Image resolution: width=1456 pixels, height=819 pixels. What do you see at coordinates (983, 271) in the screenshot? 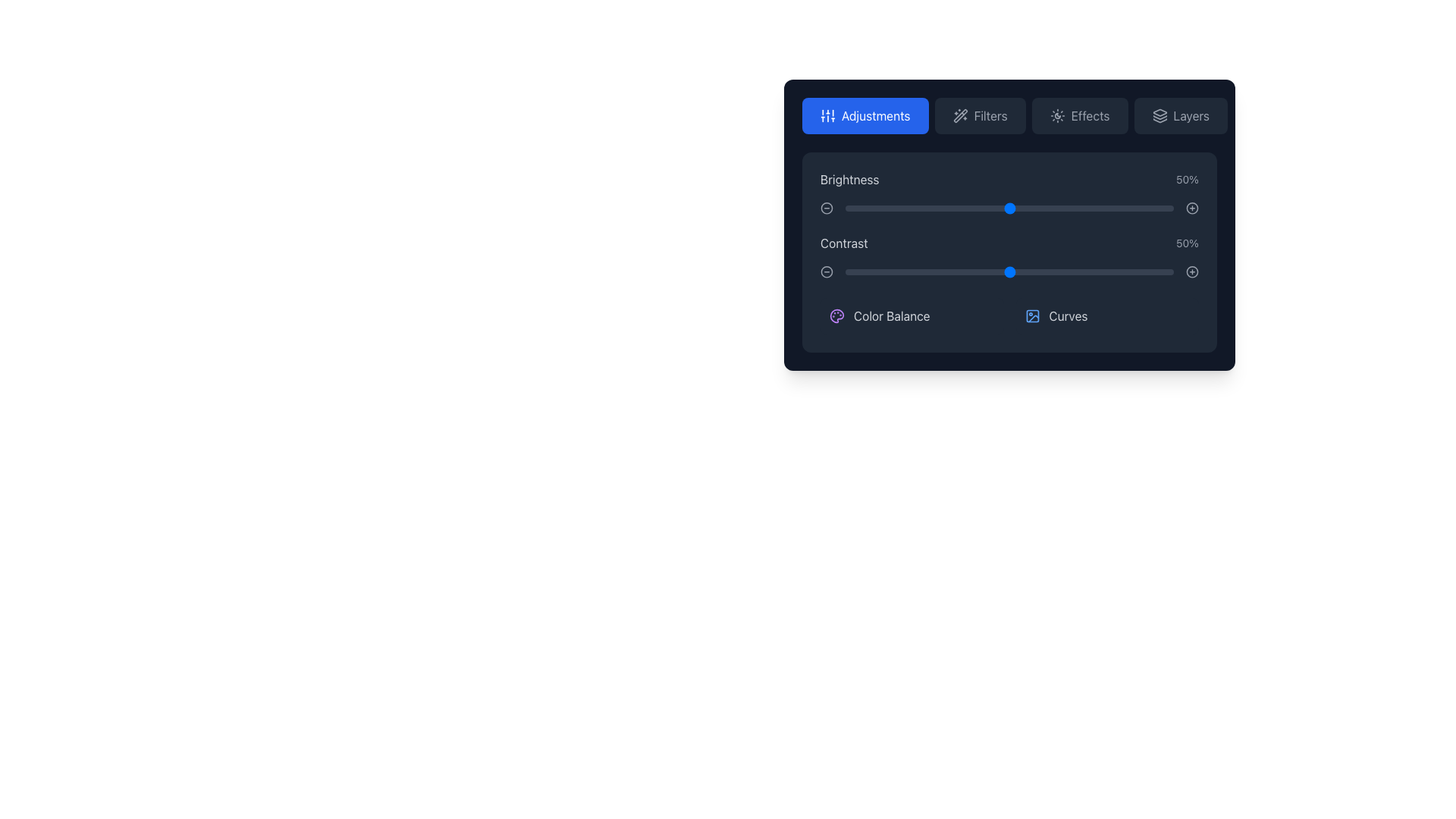
I see `the contrast level` at bounding box center [983, 271].